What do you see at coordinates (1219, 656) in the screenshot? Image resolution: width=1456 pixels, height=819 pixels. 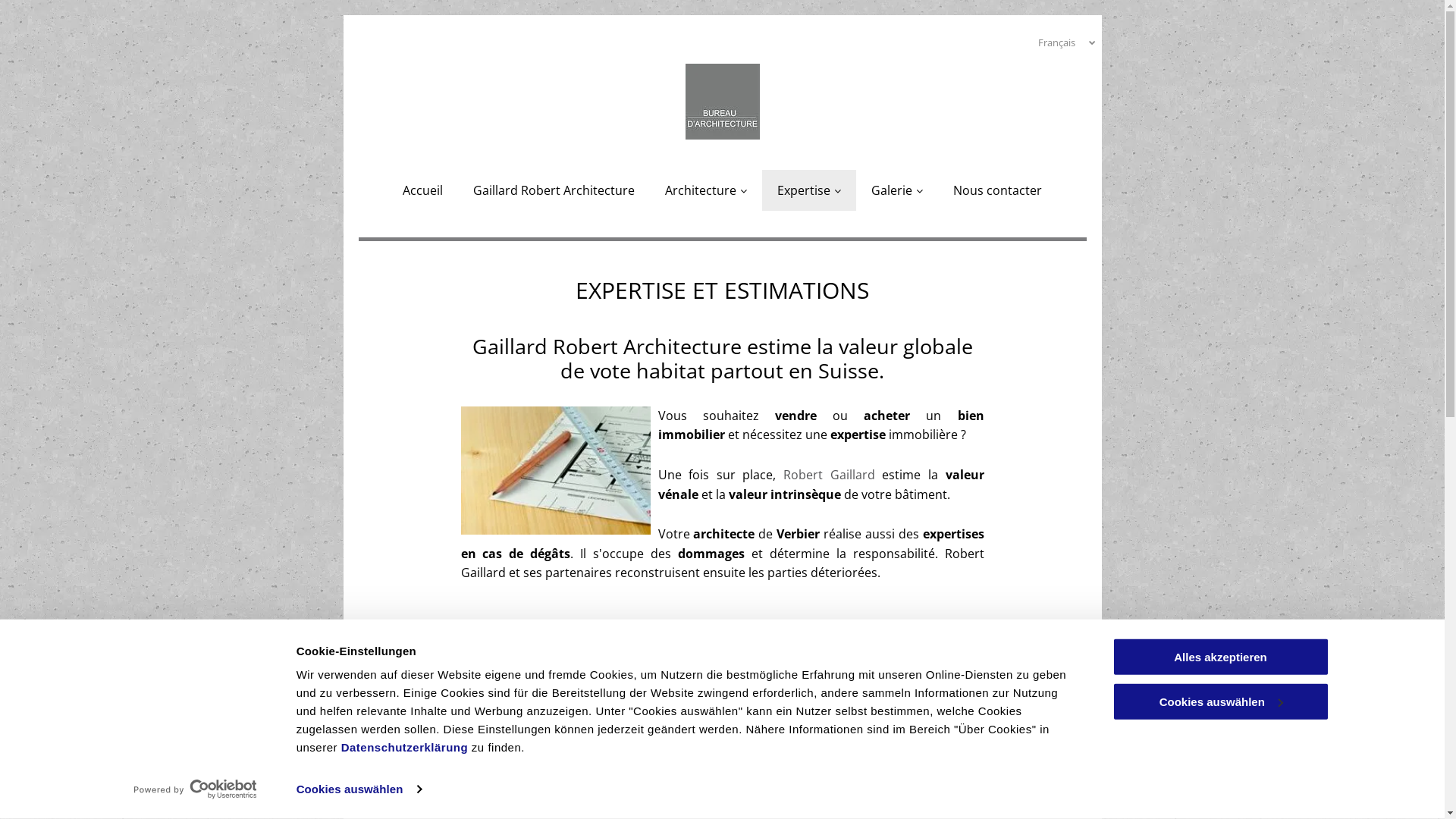 I see `'Alles akzeptieren'` at bounding box center [1219, 656].